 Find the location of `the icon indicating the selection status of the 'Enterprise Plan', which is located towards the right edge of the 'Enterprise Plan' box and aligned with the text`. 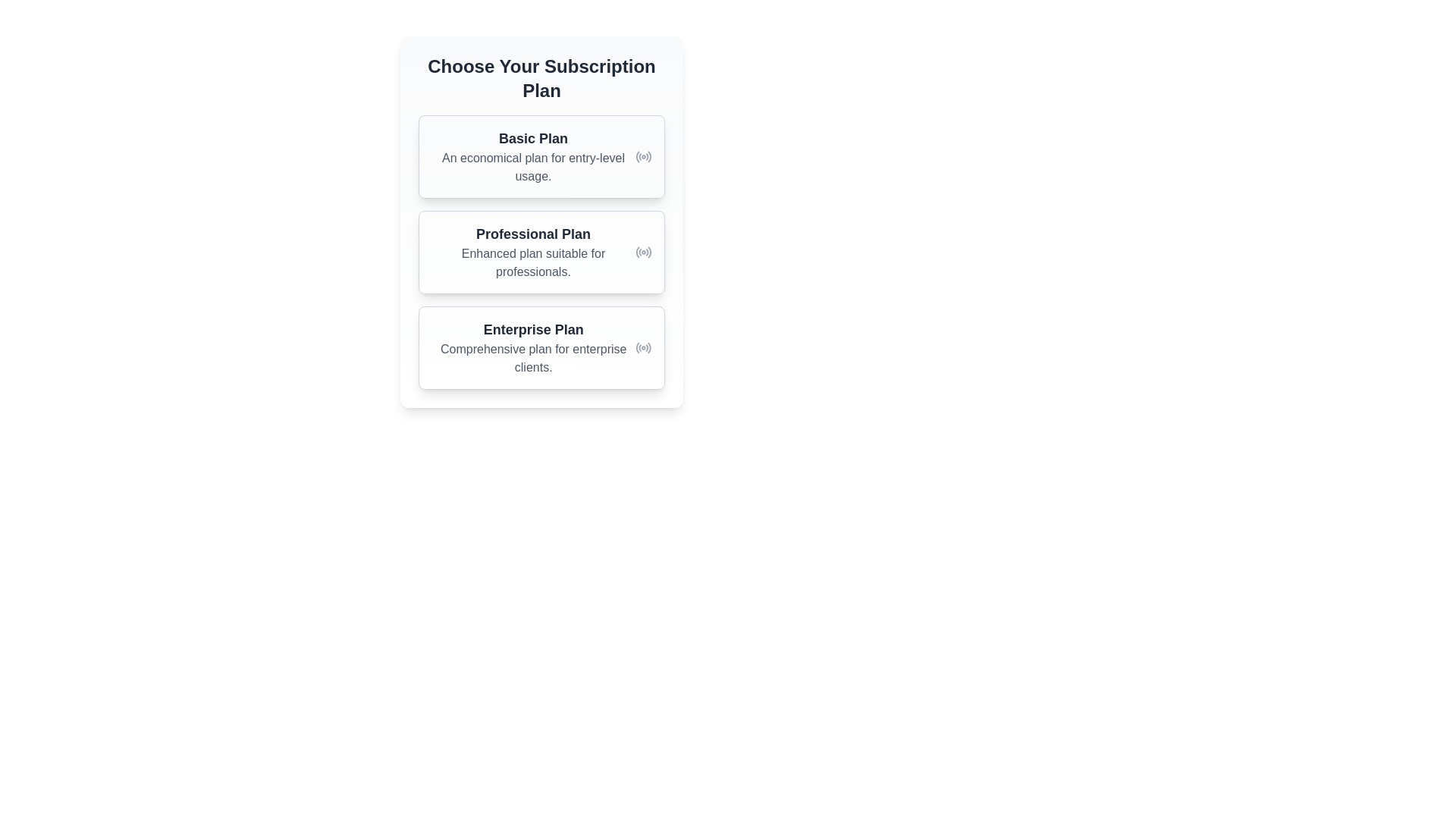

the icon indicating the selection status of the 'Enterprise Plan', which is located towards the right edge of the 'Enterprise Plan' box and aligned with the text is located at coordinates (644, 348).